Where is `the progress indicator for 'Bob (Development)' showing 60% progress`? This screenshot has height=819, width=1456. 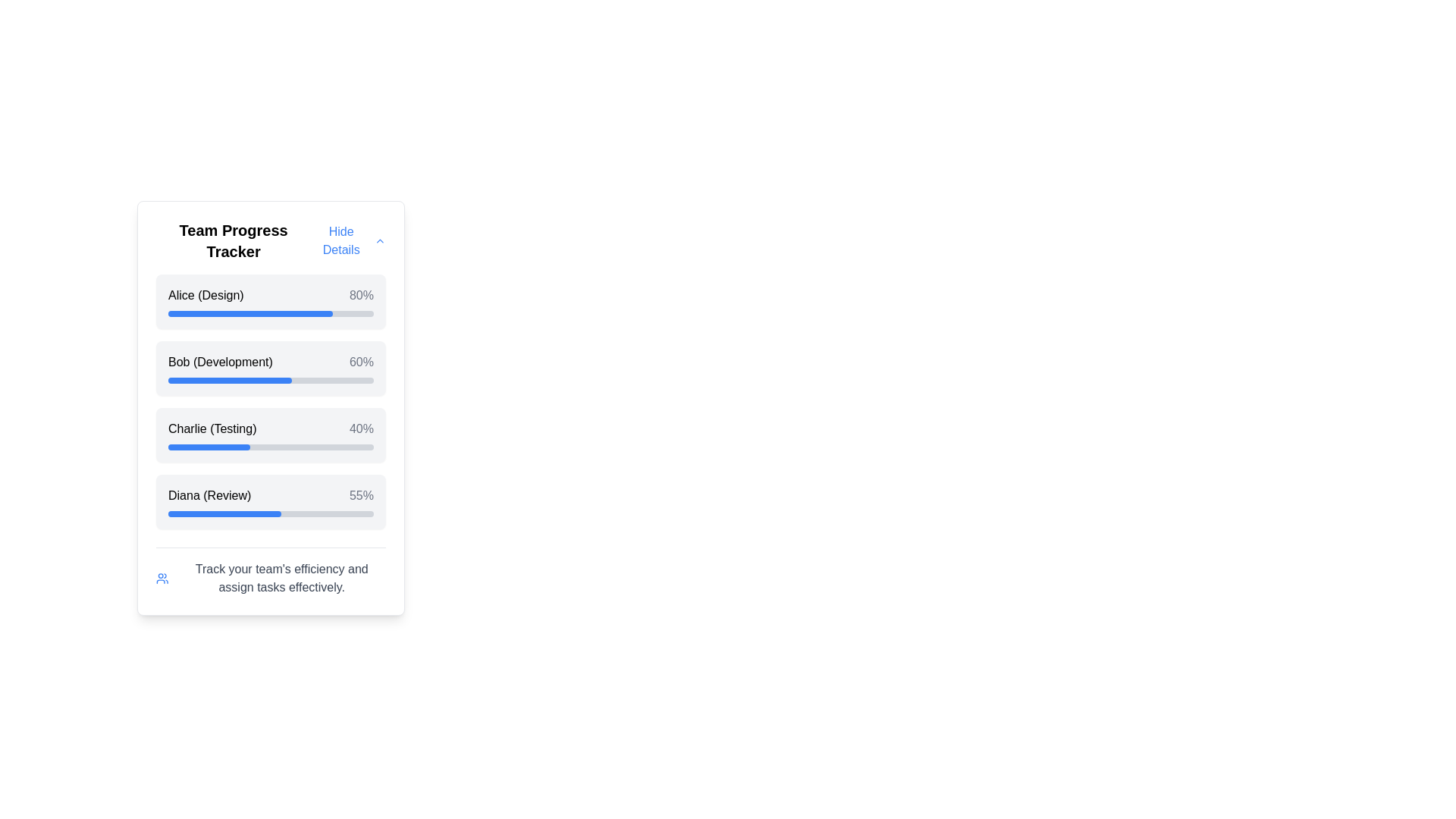 the progress indicator for 'Bob (Development)' showing 60% progress is located at coordinates (271, 369).